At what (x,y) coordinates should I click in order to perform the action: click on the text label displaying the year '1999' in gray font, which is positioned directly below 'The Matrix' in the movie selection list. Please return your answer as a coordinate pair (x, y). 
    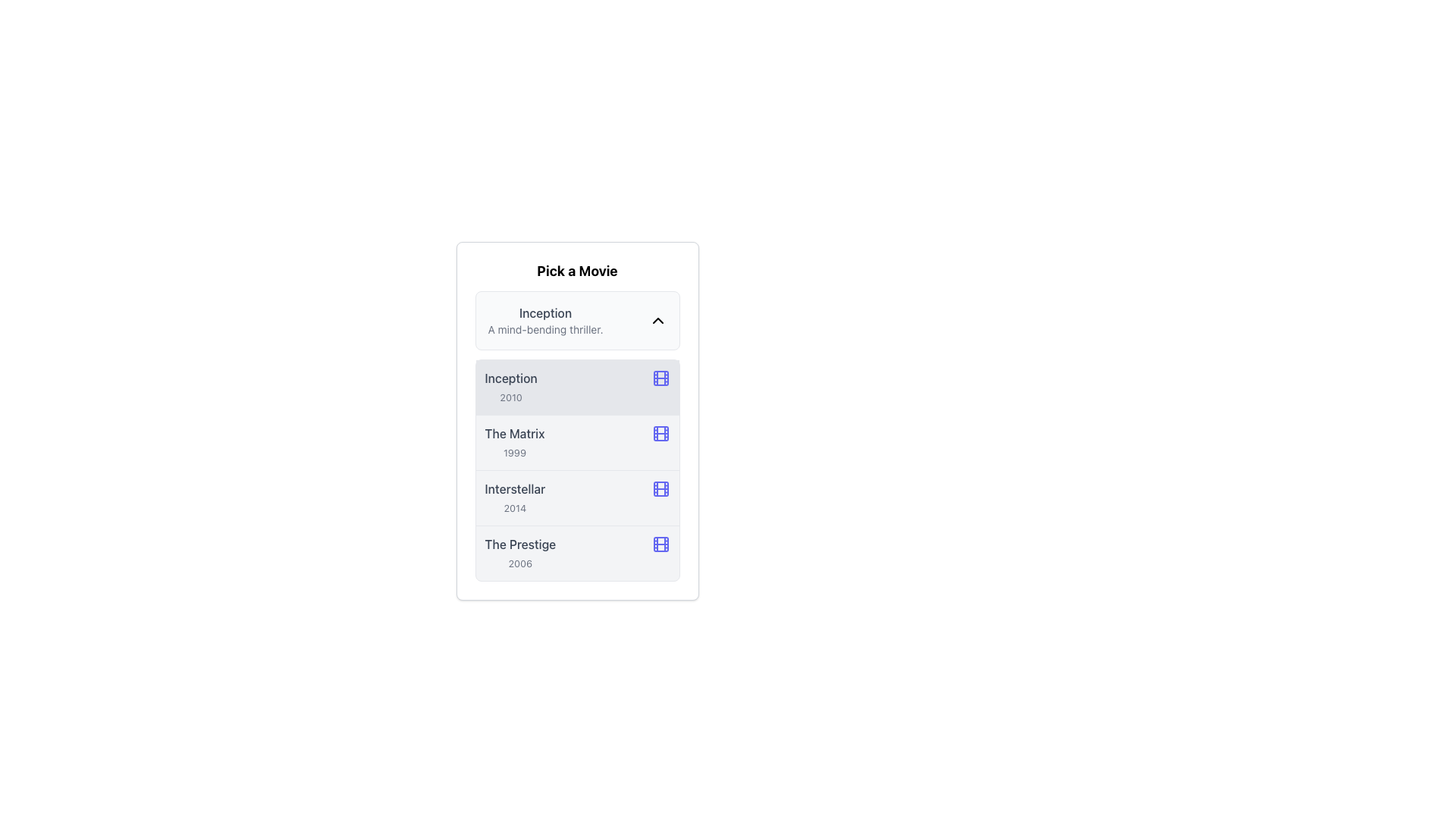
    Looking at the image, I should click on (514, 452).